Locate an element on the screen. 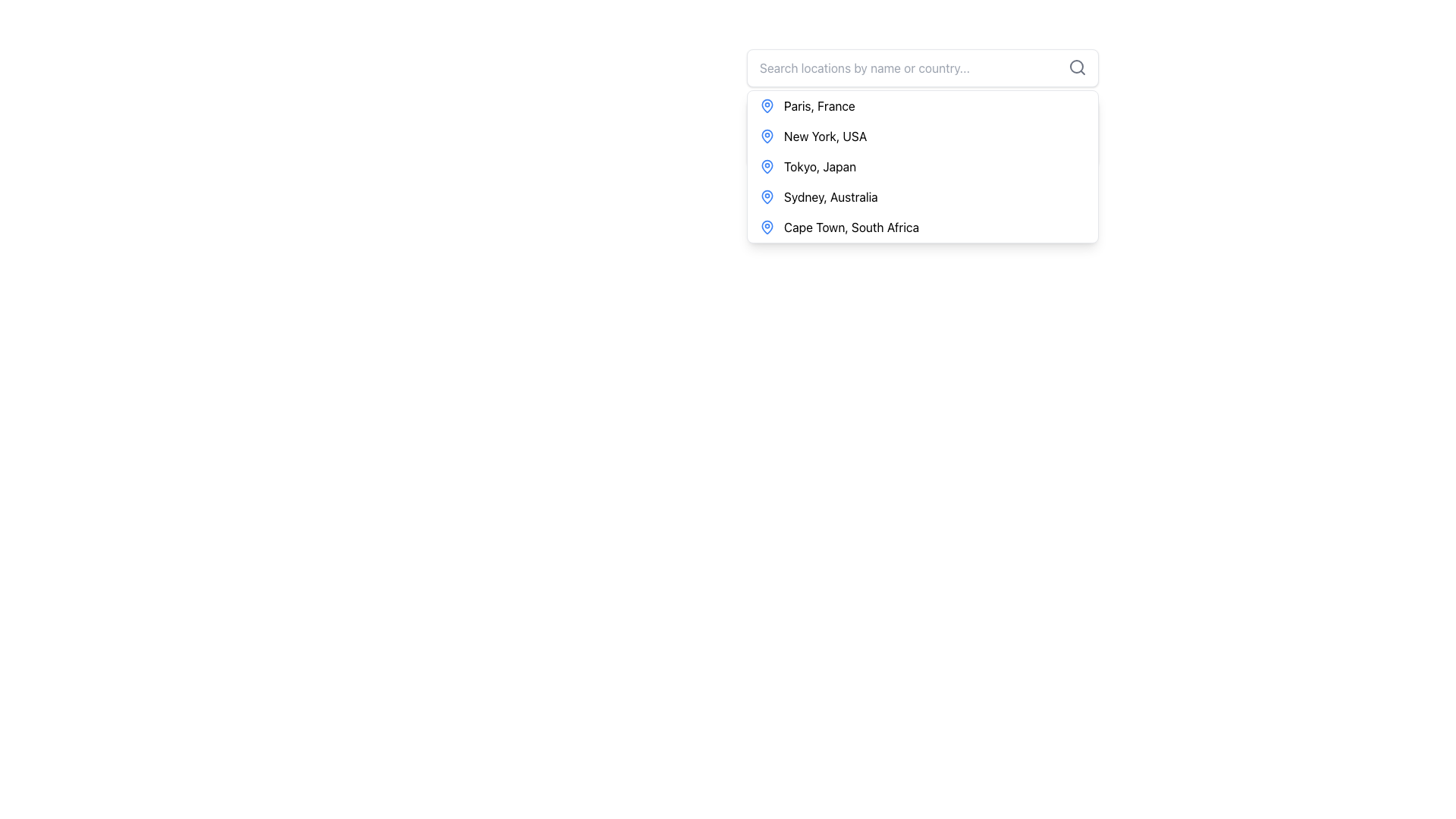 Image resolution: width=1456 pixels, height=819 pixels. the blue pin icon located to the left of the text 'Paris, France' in the vertical list of location options is located at coordinates (767, 105).